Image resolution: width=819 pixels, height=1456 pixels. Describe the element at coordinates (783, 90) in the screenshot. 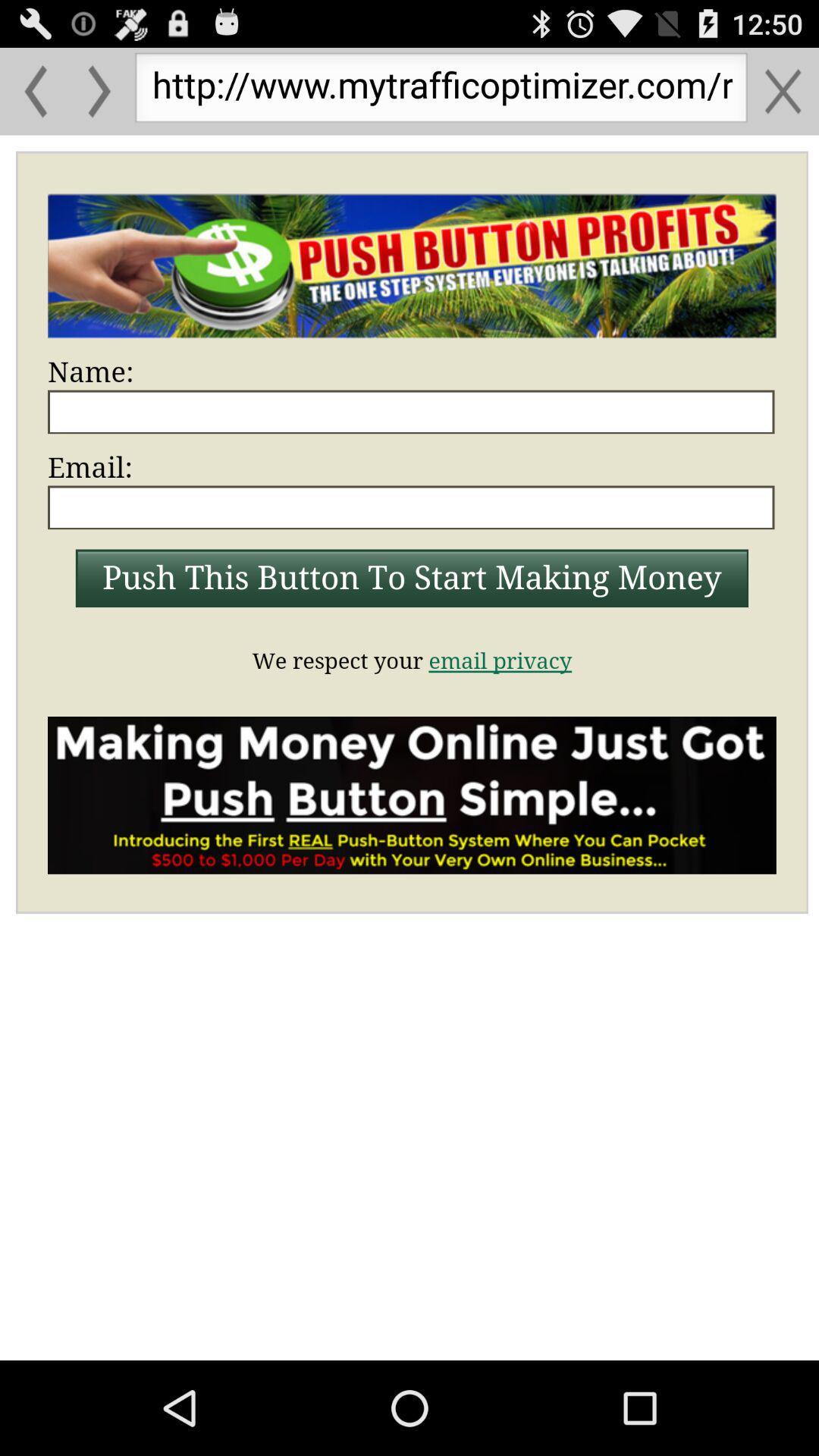

I see `close` at that location.